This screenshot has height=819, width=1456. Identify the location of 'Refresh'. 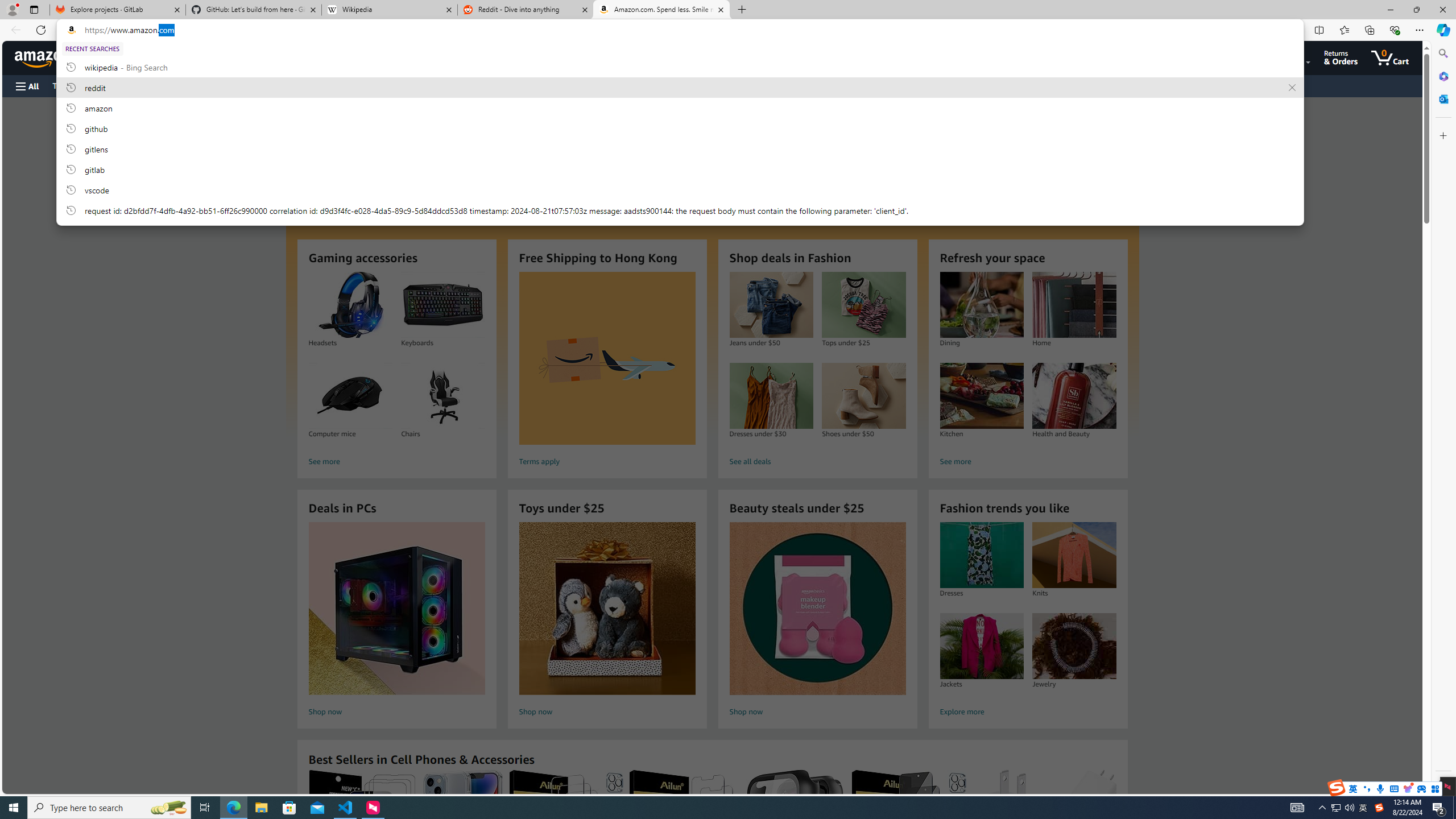
(40, 29).